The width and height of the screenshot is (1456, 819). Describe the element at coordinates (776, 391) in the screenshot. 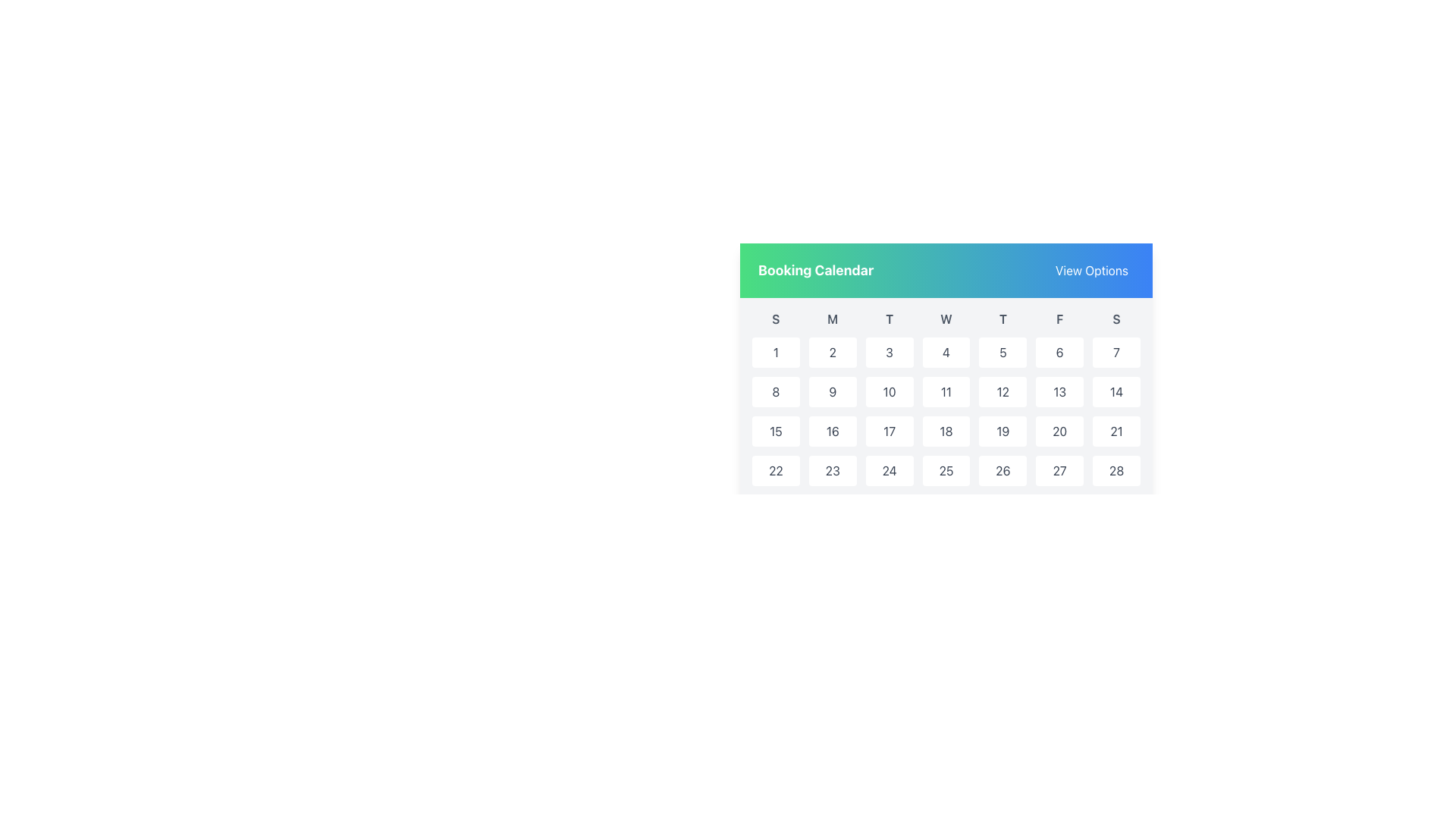

I see `the Calendar Cell located in the second row and first column of the Booking Calendar` at that location.